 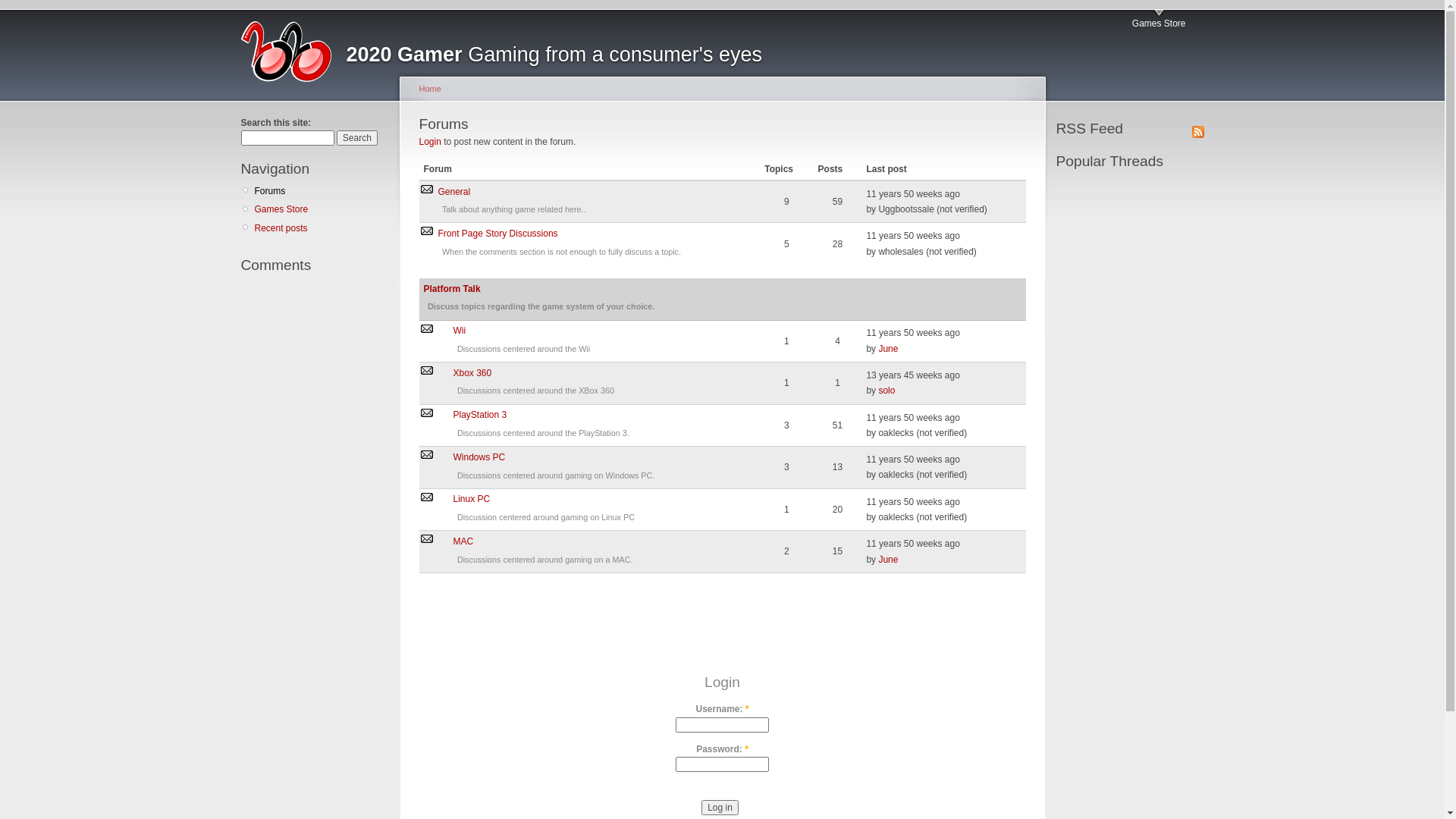 I want to click on 'Platform Talk', so click(x=450, y=289).